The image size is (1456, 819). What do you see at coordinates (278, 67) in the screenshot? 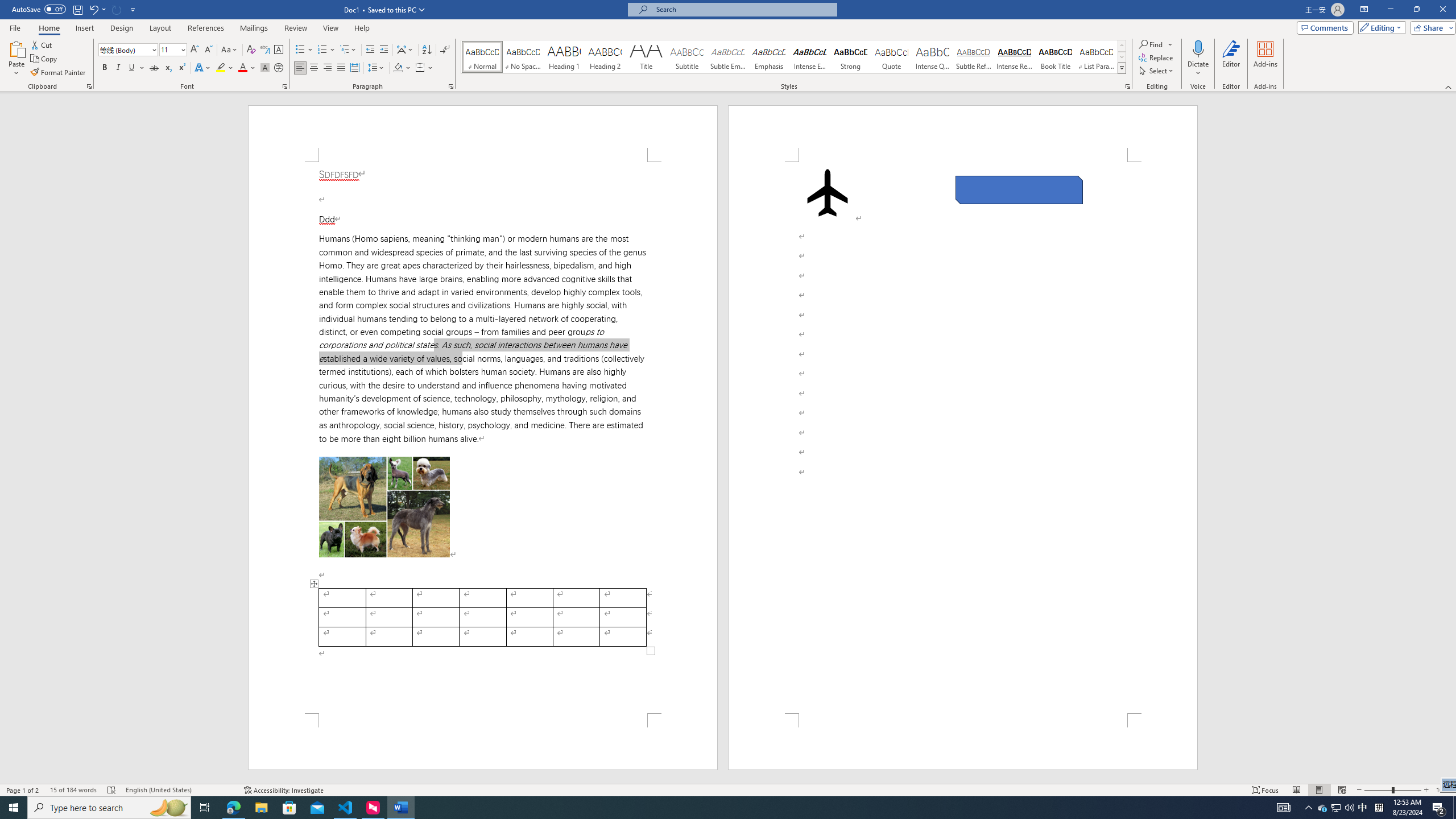
I see `'Enclose Characters...'` at bounding box center [278, 67].